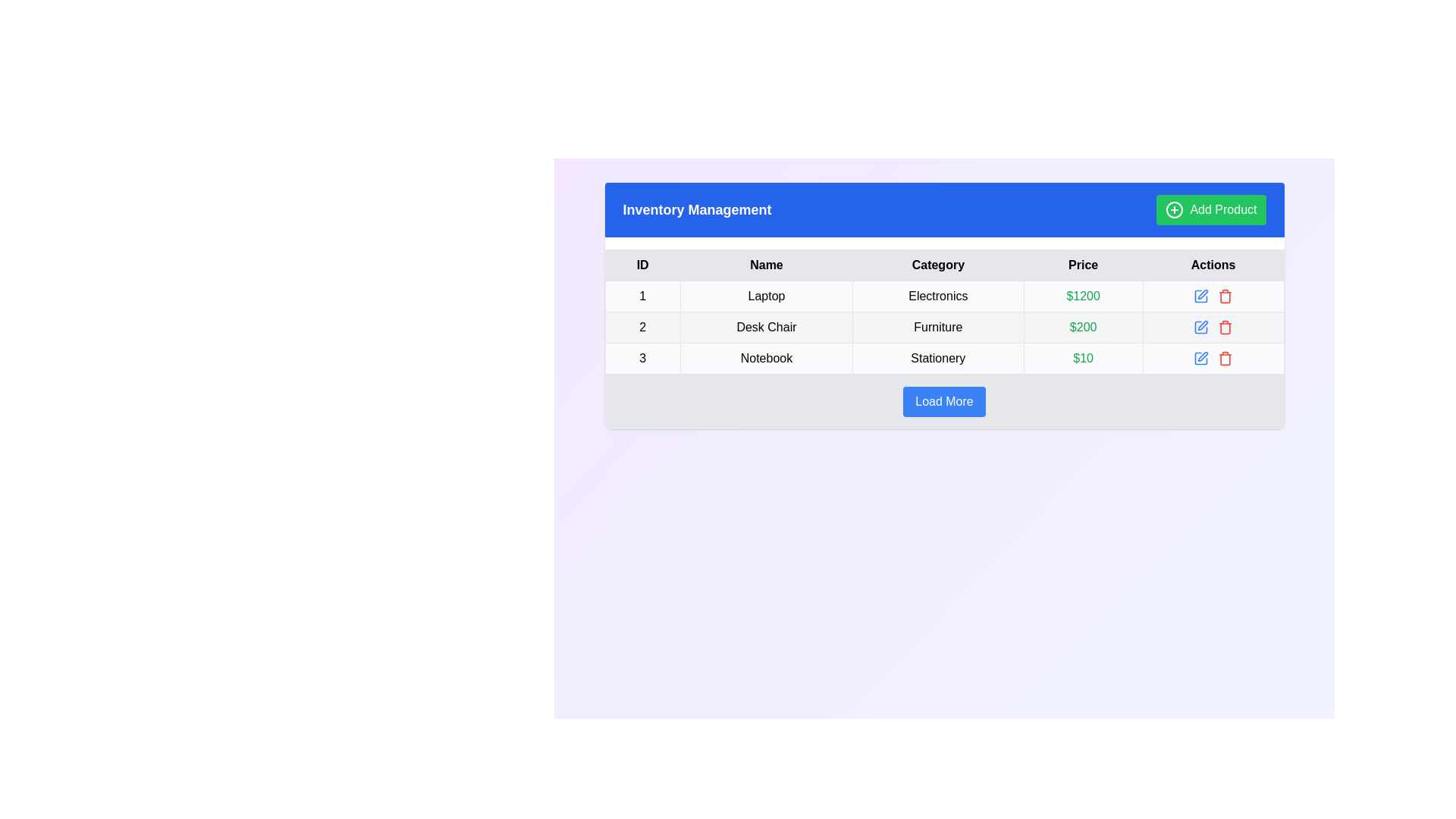 The width and height of the screenshot is (1456, 819). I want to click on the Text Content element in the third column of the first row under the 'Category' header, which is positioned between 'Laptop' and '$1200', so click(937, 296).